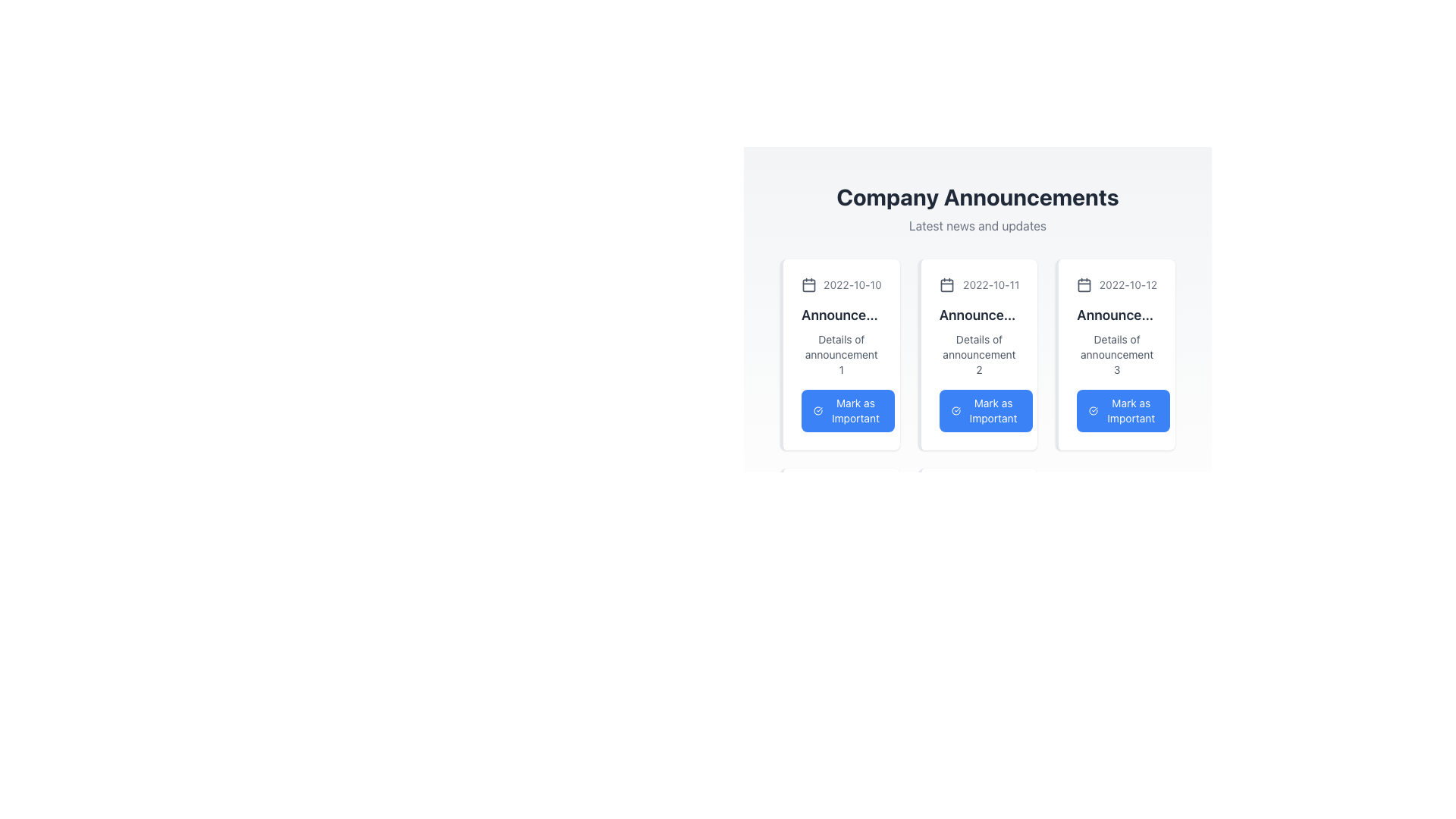 This screenshot has width=1456, height=819. Describe the element at coordinates (946, 285) in the screenshot. I see `the graphical icon component representing the selected date in the calendar, located above the text '2022-10-11'` at that location.